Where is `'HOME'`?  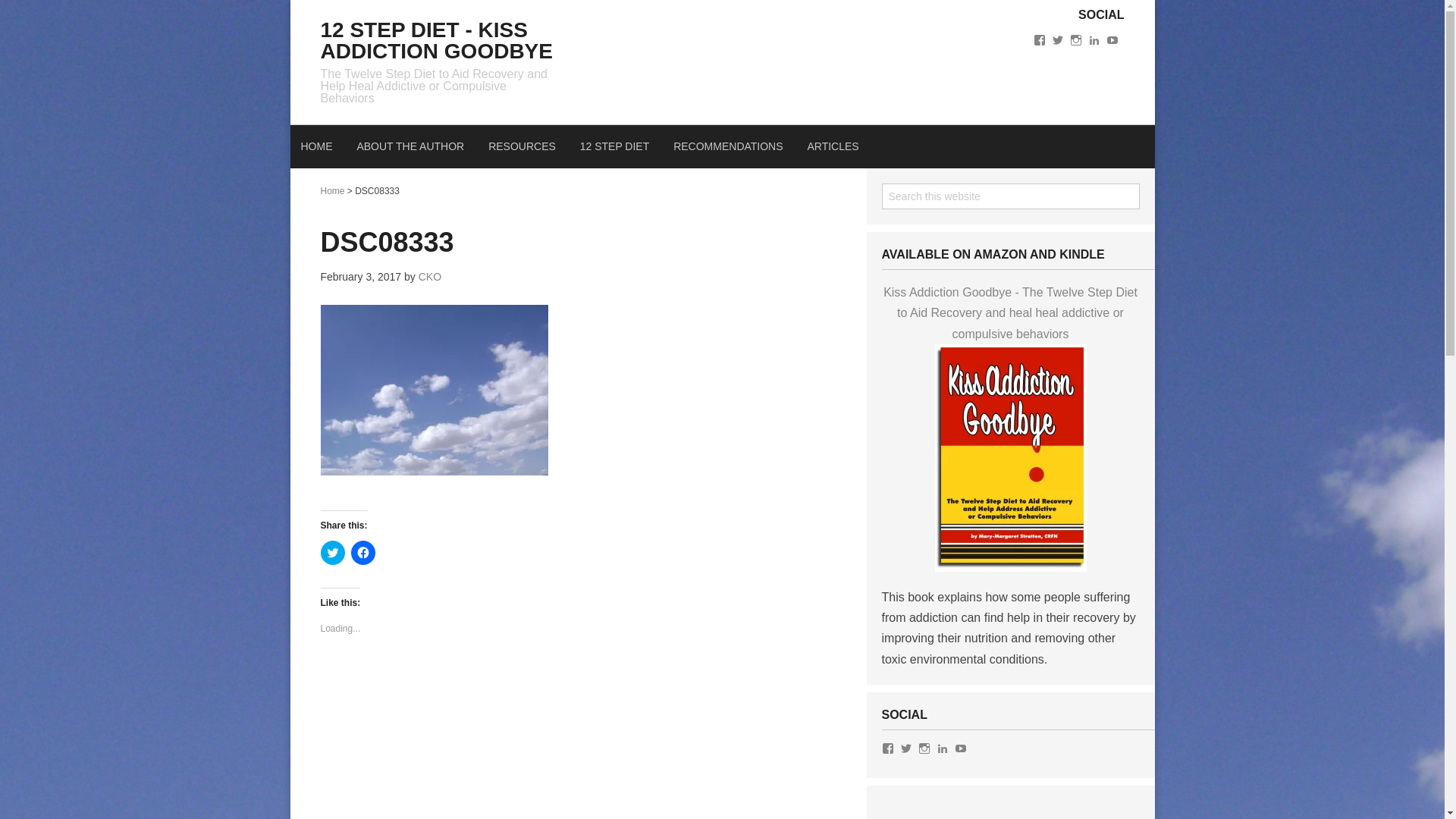 'HOME' is located at coordinates (315, 146).